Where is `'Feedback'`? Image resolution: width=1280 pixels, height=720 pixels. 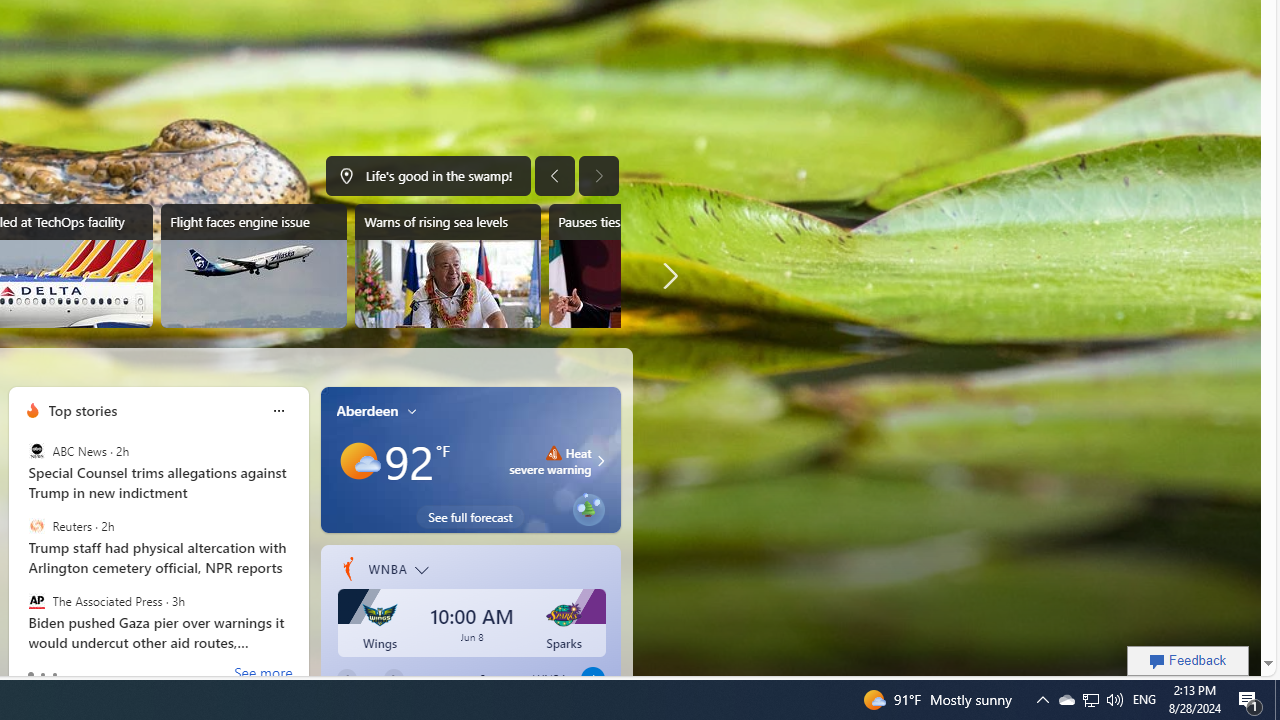
'Feedback' is located at coordinates (1187, 660).